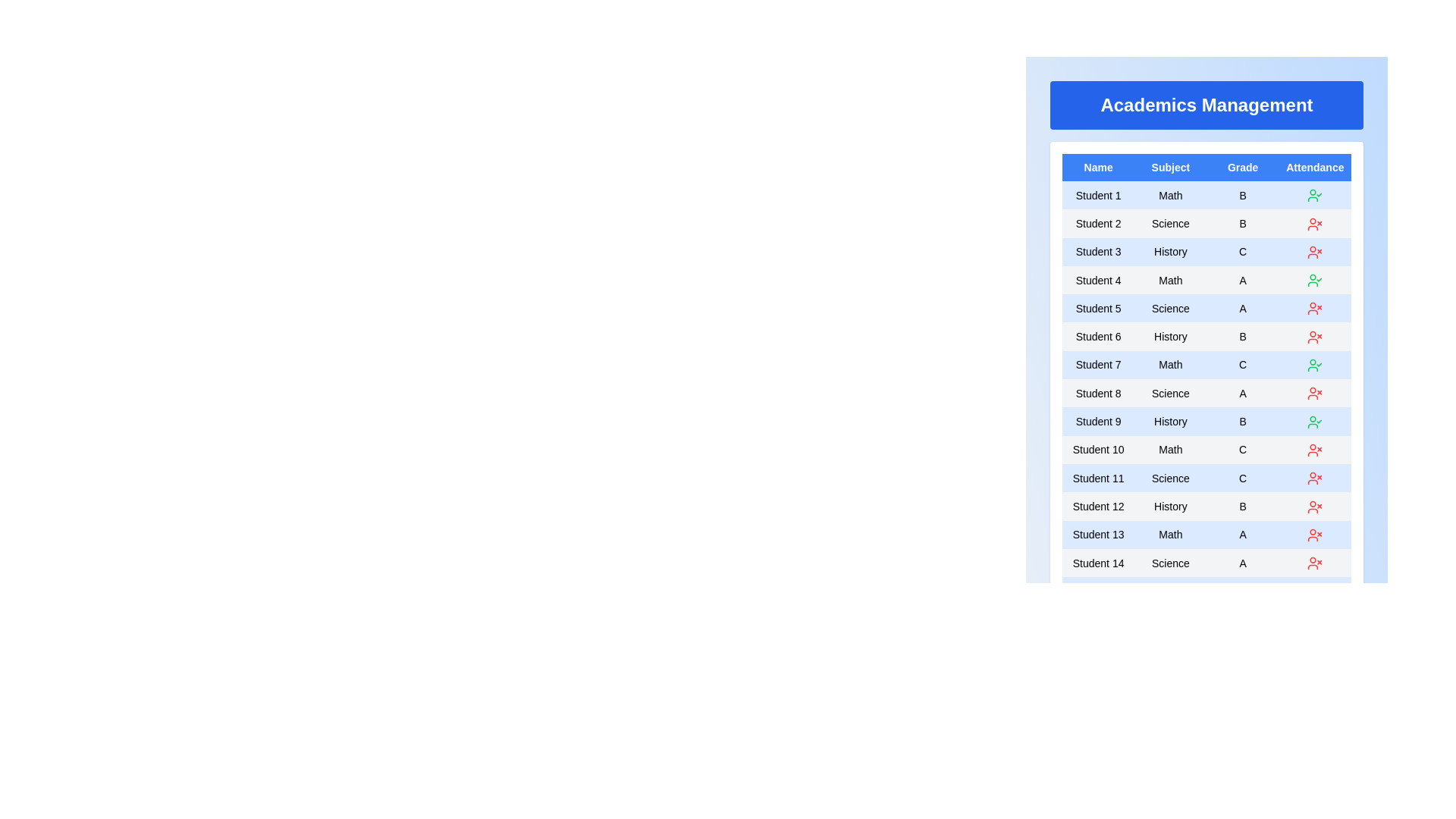 The image size is (1456, 819). Describe the element at coordinates (1243, 167) in the screenshot. I see `the column header Grade to sort the table by that column` at that location.